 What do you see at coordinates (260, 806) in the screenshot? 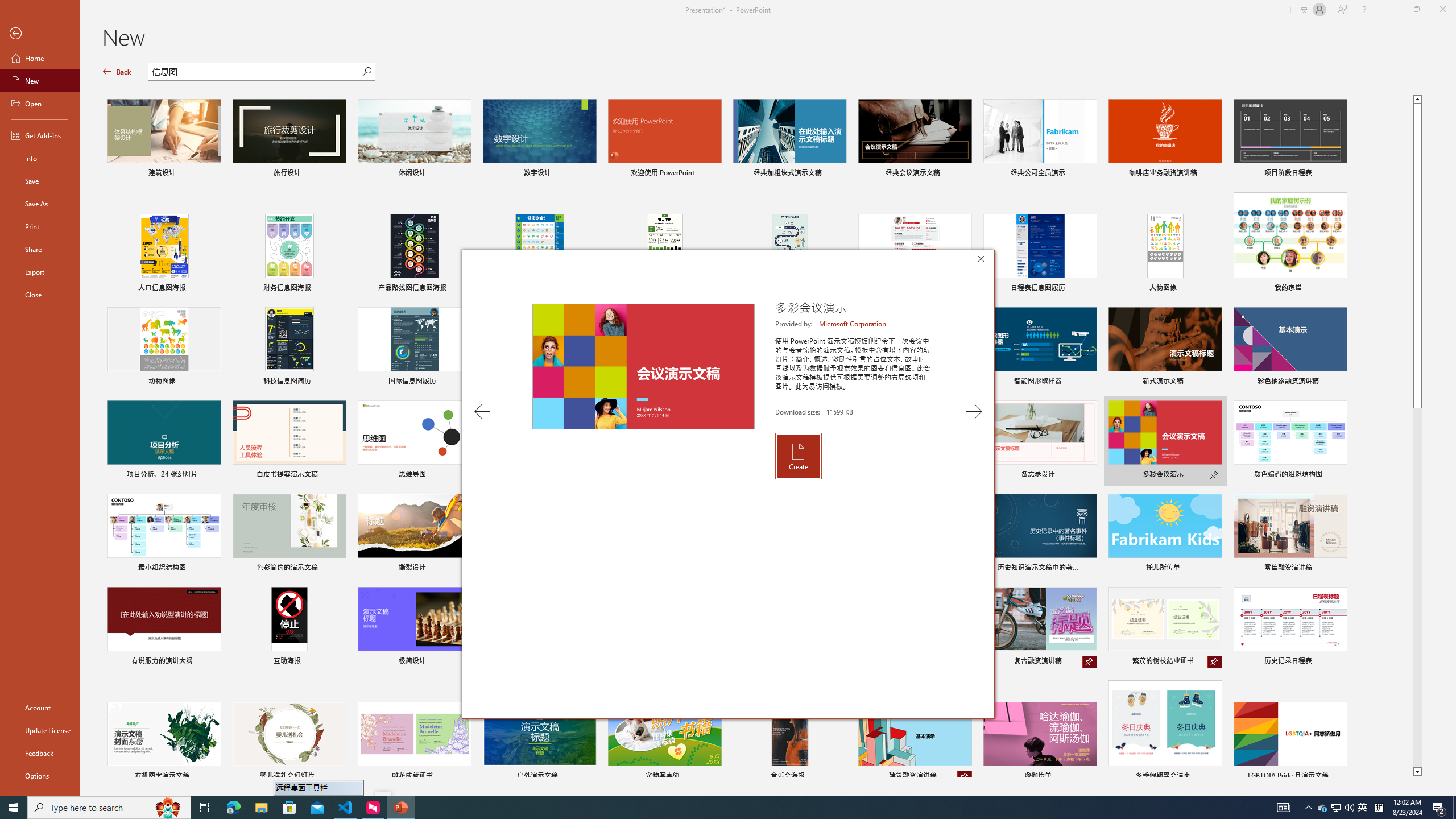
I see `'File Explorer'` at bounding box center [260, 806].